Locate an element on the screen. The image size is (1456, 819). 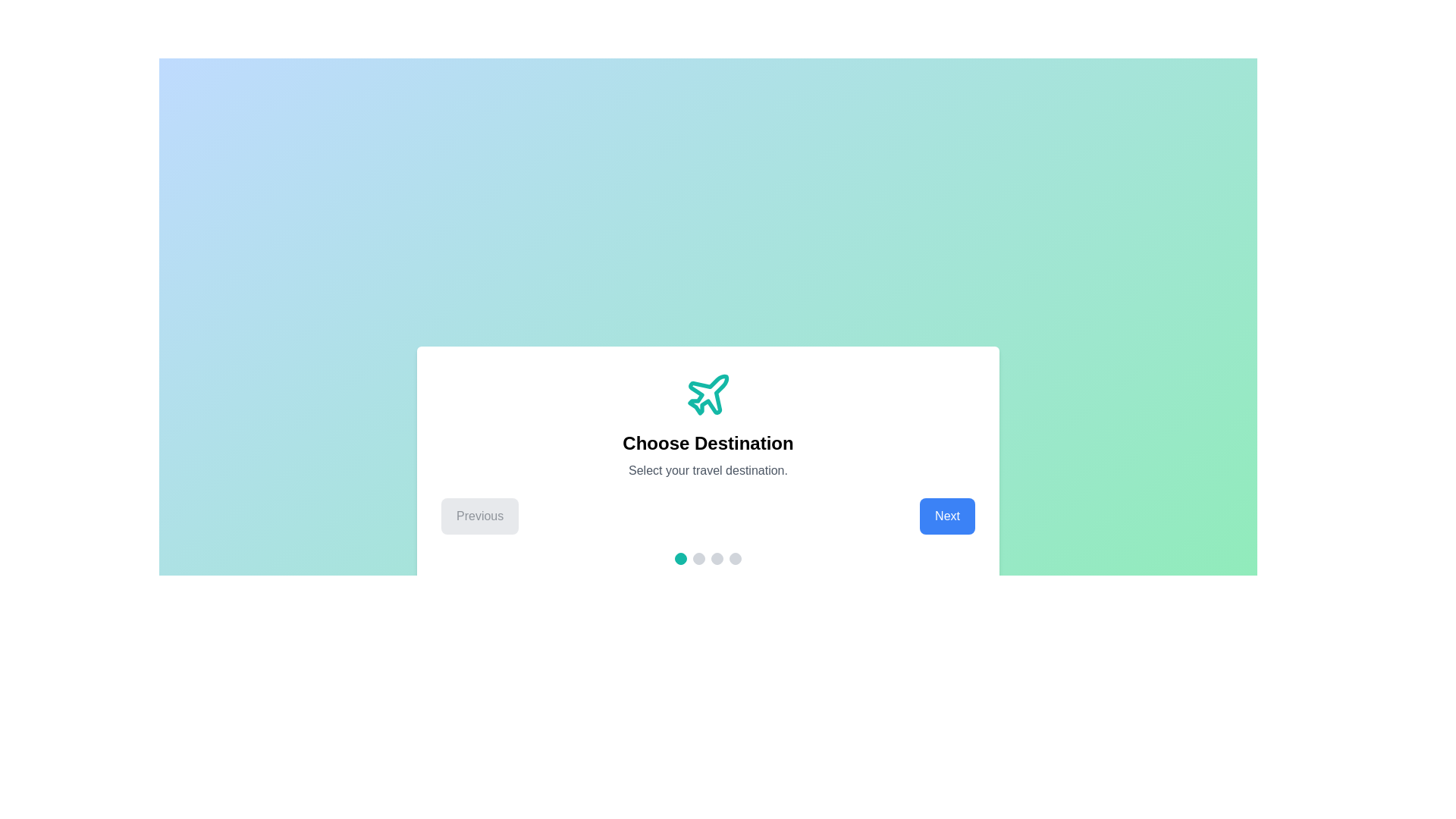
'Previous' button to navigate to the previous step is located at coordinates (479, 516).